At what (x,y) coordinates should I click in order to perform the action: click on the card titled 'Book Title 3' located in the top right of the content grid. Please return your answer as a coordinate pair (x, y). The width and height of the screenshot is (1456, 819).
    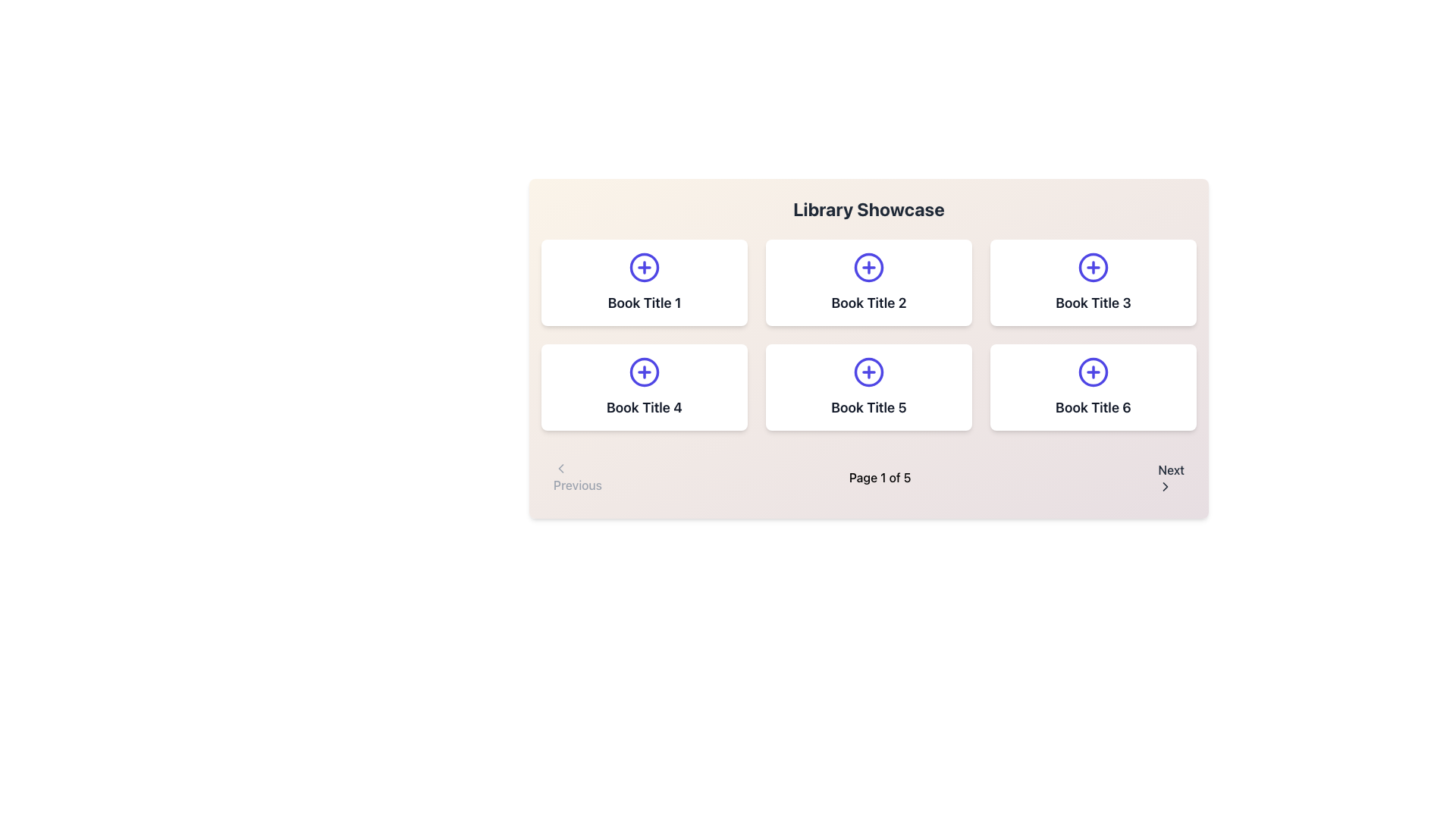
    Looking at the image, I should click on (1093, 283).